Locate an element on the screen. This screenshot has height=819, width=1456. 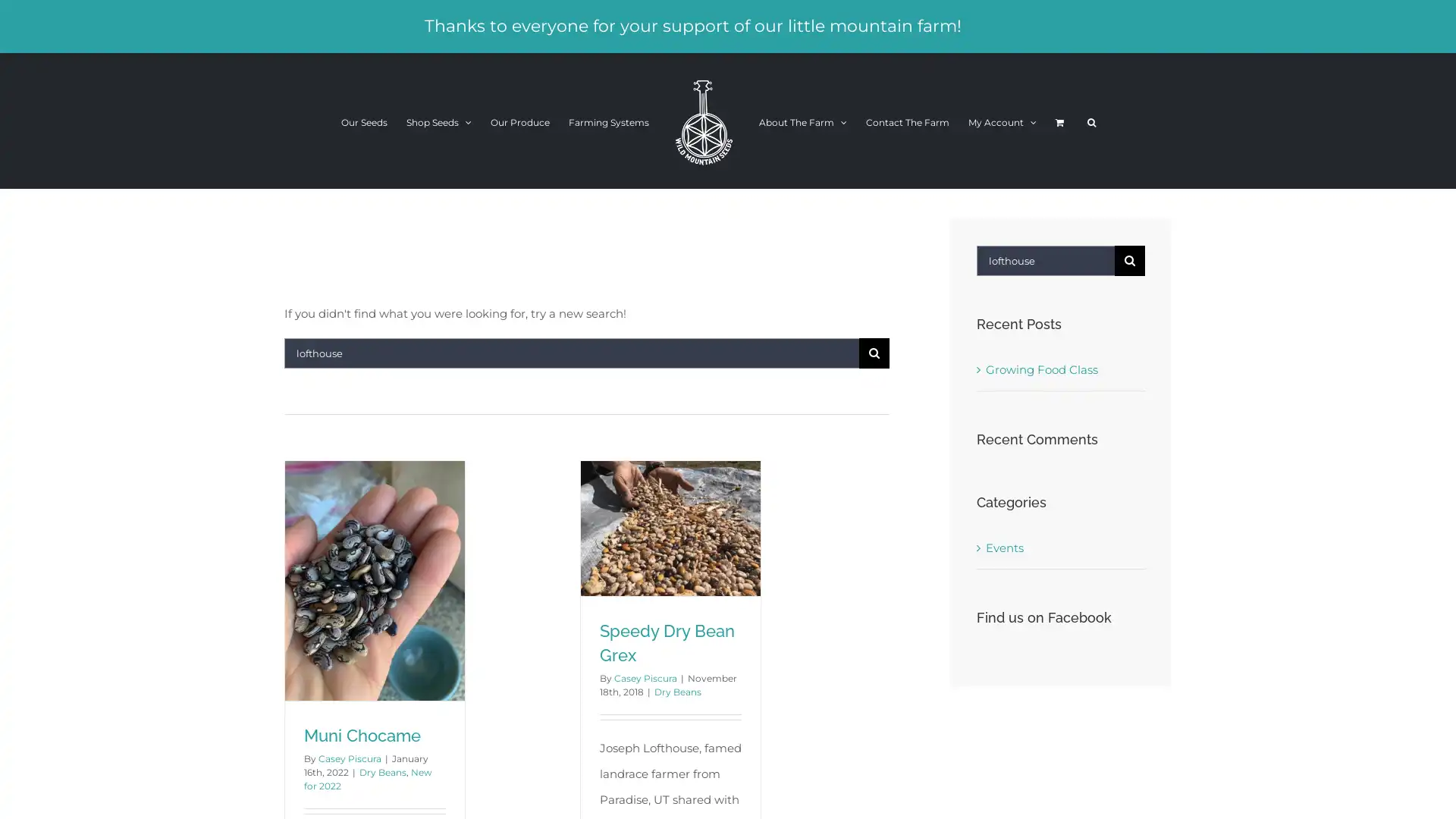
Search is located at coordinates (1128, 259).